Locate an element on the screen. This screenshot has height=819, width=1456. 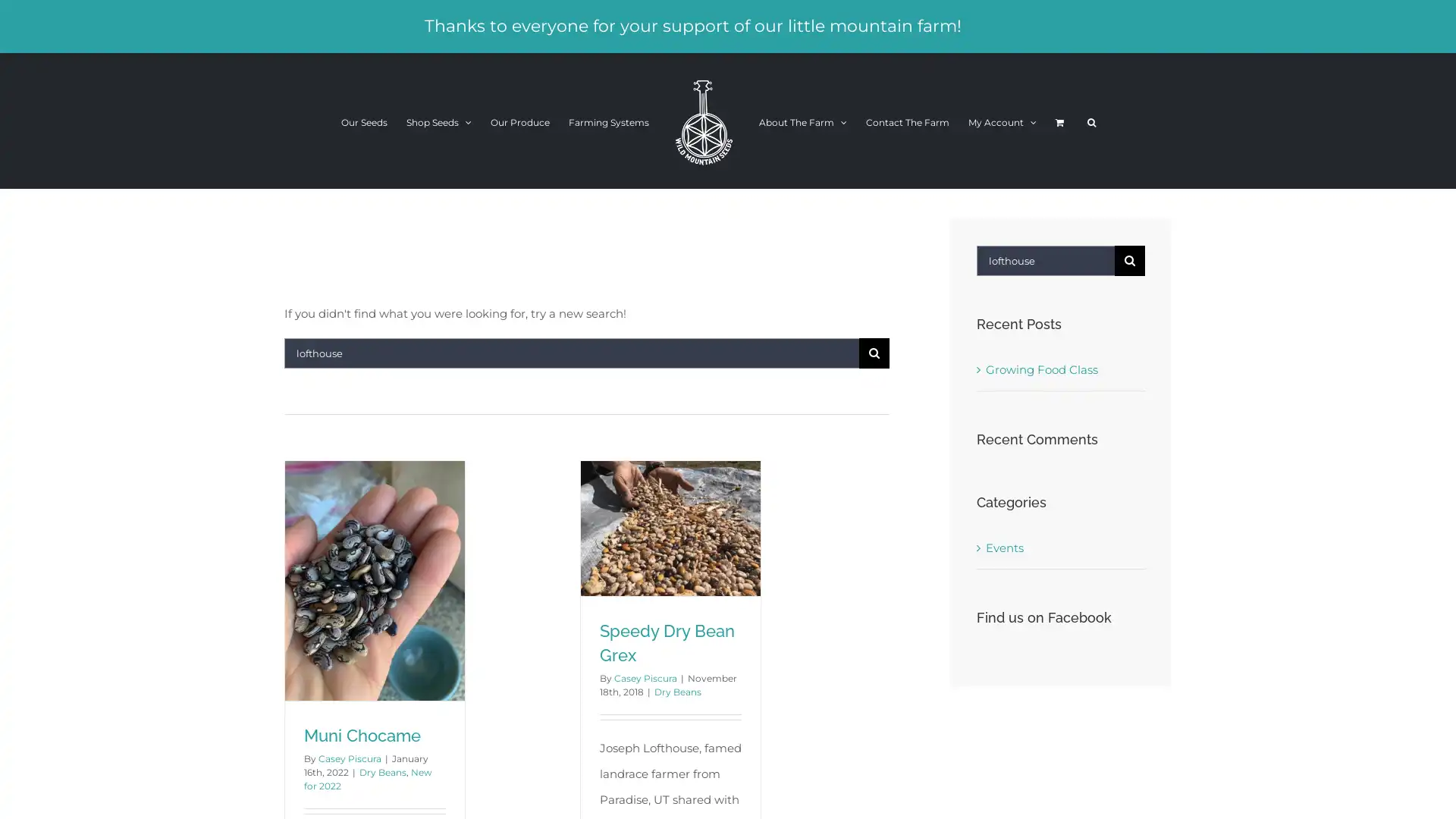
Search is located at coordinates (1128, 259).